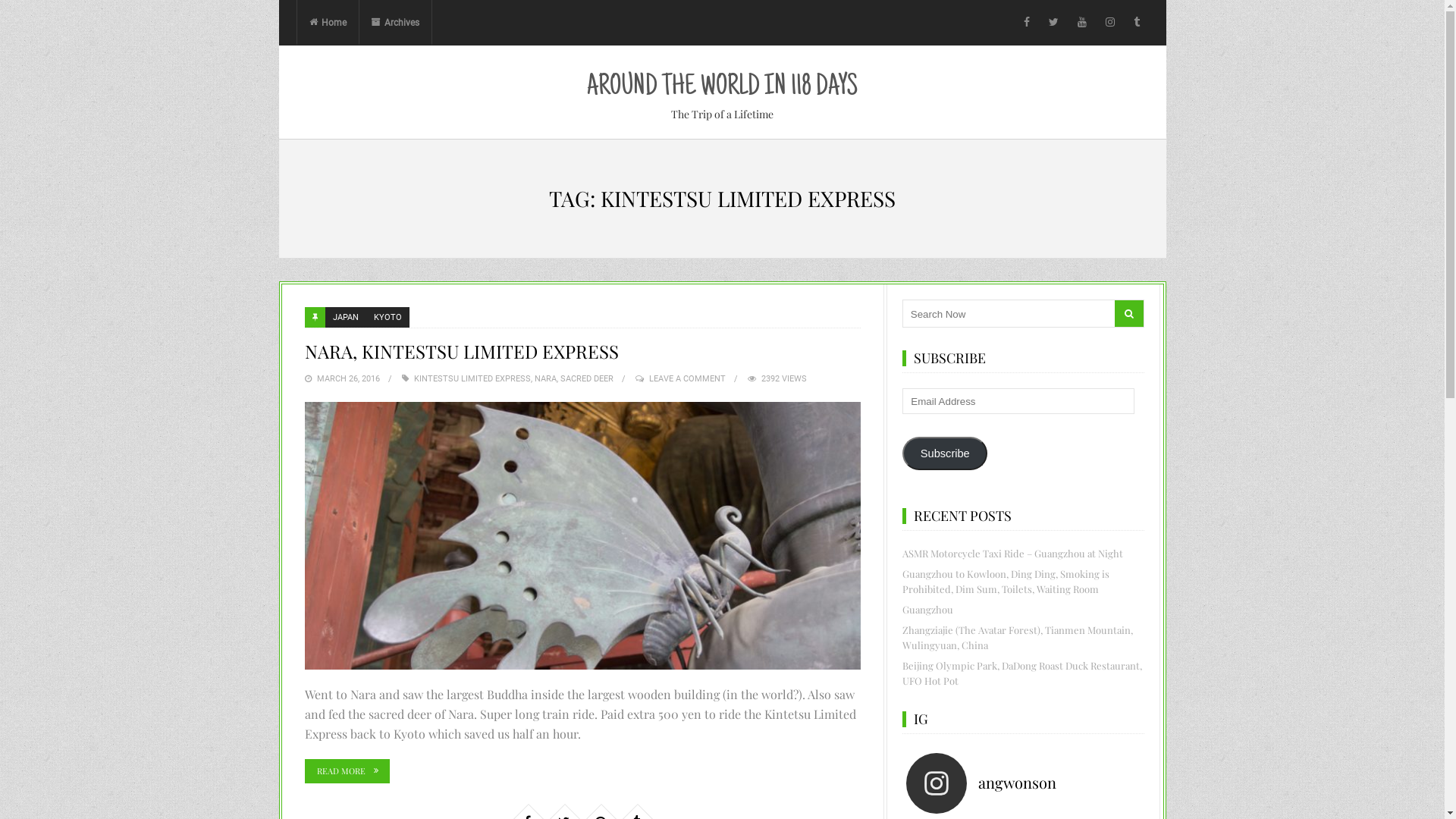  Describe the element at coordinates (1110, 23) in the screenshot. I see `'instagram'` at that location.